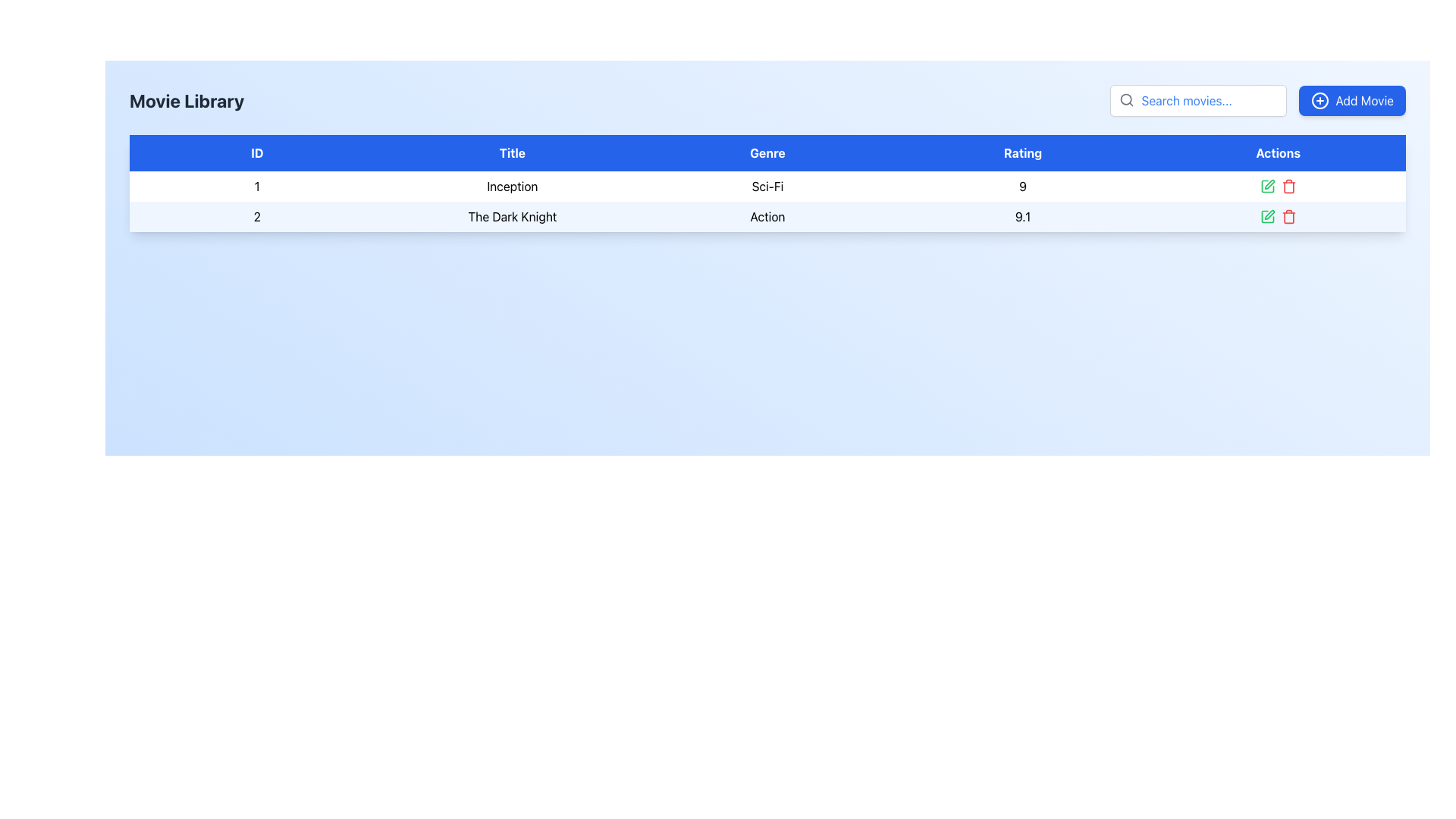 Image resolution: width=1456 pixels, height=819 pixels. I want to click on the SVG icon located in the 'Actions' column next to the first row for the movie titled 'Inception', so click(1267, 186).